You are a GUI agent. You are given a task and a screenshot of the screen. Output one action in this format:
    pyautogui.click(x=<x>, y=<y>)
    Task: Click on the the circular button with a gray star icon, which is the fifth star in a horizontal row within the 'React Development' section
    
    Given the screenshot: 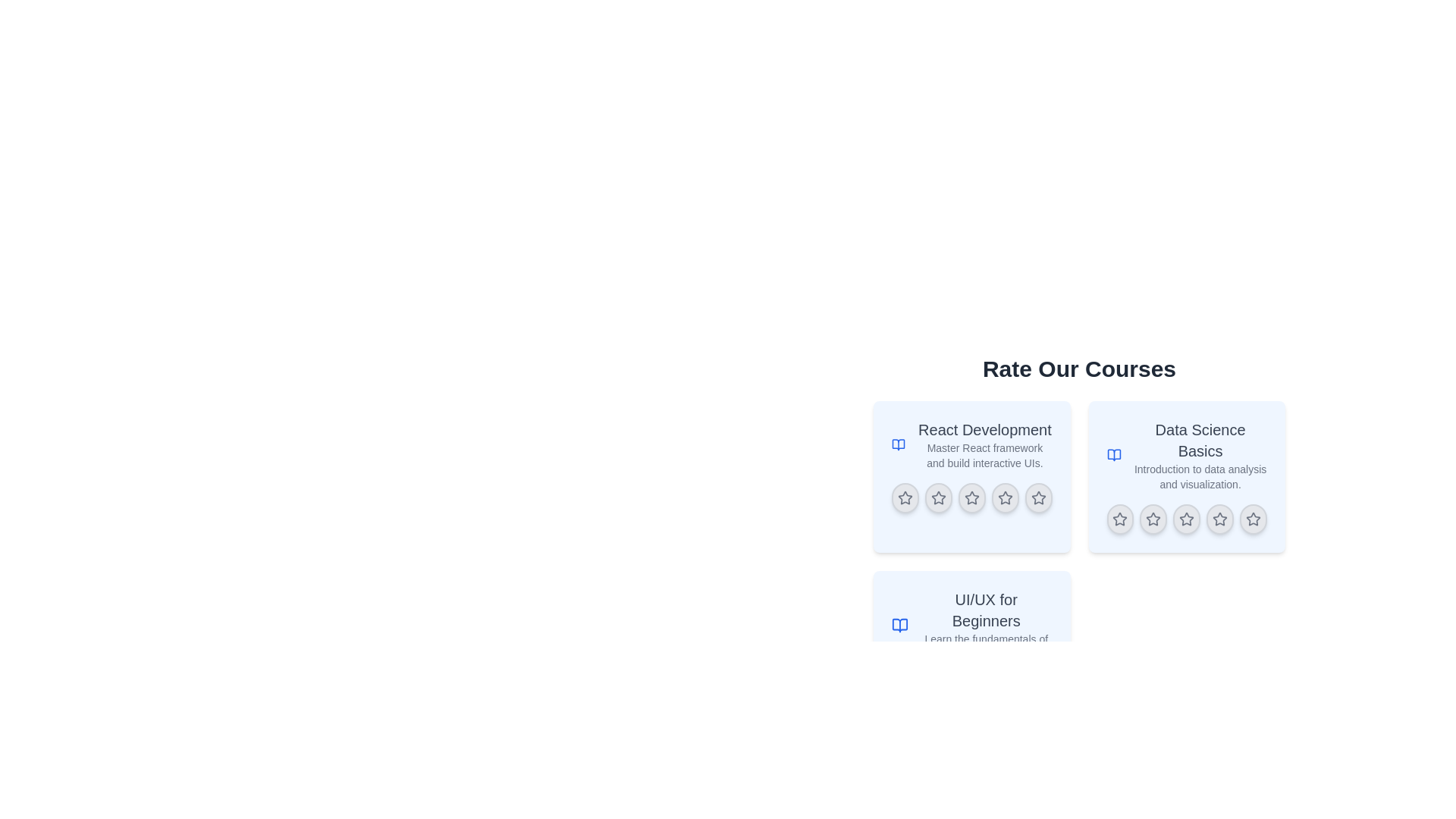 What is the action you would take?
    pyautogui.click(x=1037, y=497)
    